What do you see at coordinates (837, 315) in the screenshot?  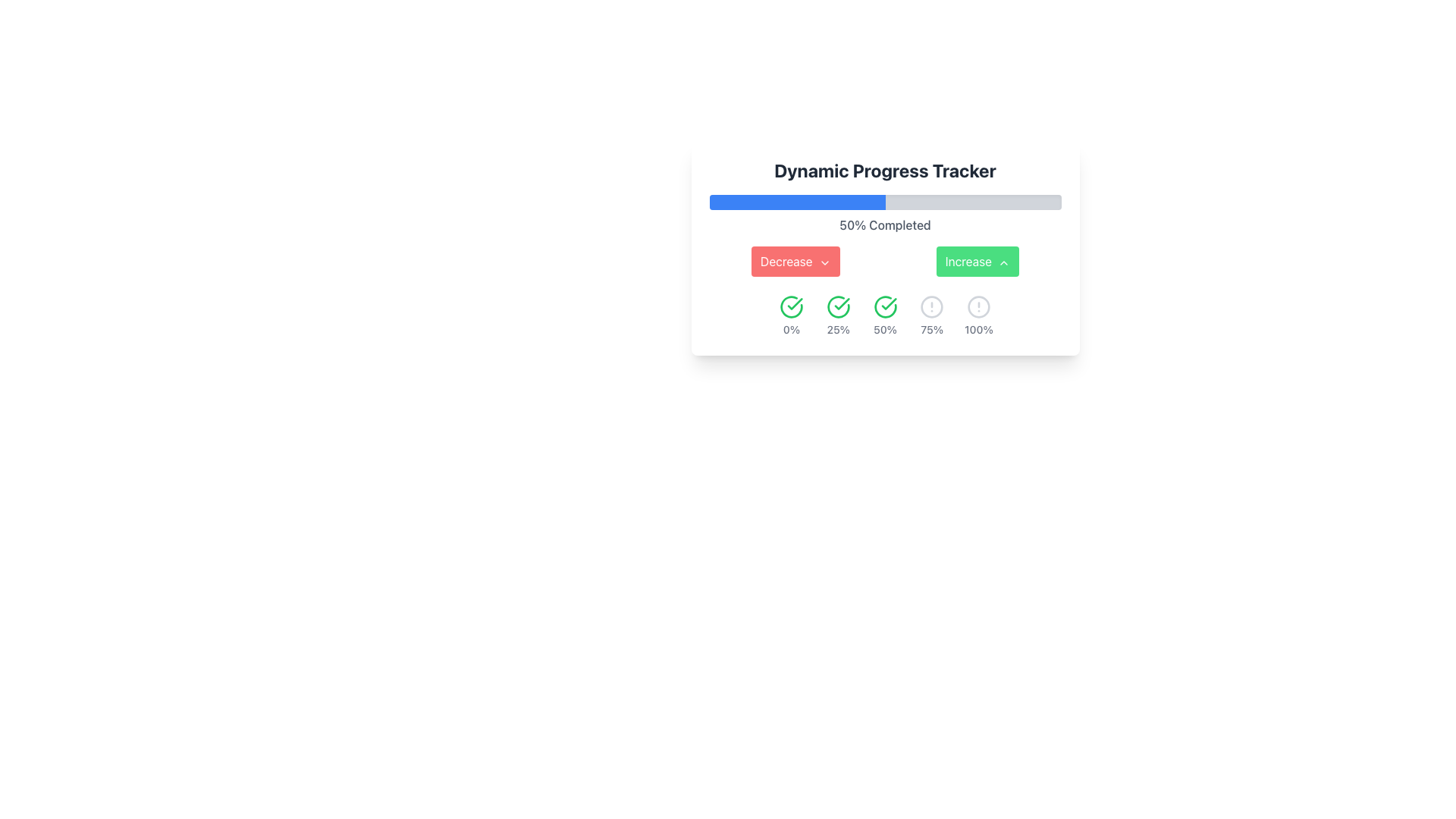 I see `the circular icon with a green checkmark and the text label '25%', which is the second item in a horizontal layout of percentage labels` at bounding box center [837, 315].